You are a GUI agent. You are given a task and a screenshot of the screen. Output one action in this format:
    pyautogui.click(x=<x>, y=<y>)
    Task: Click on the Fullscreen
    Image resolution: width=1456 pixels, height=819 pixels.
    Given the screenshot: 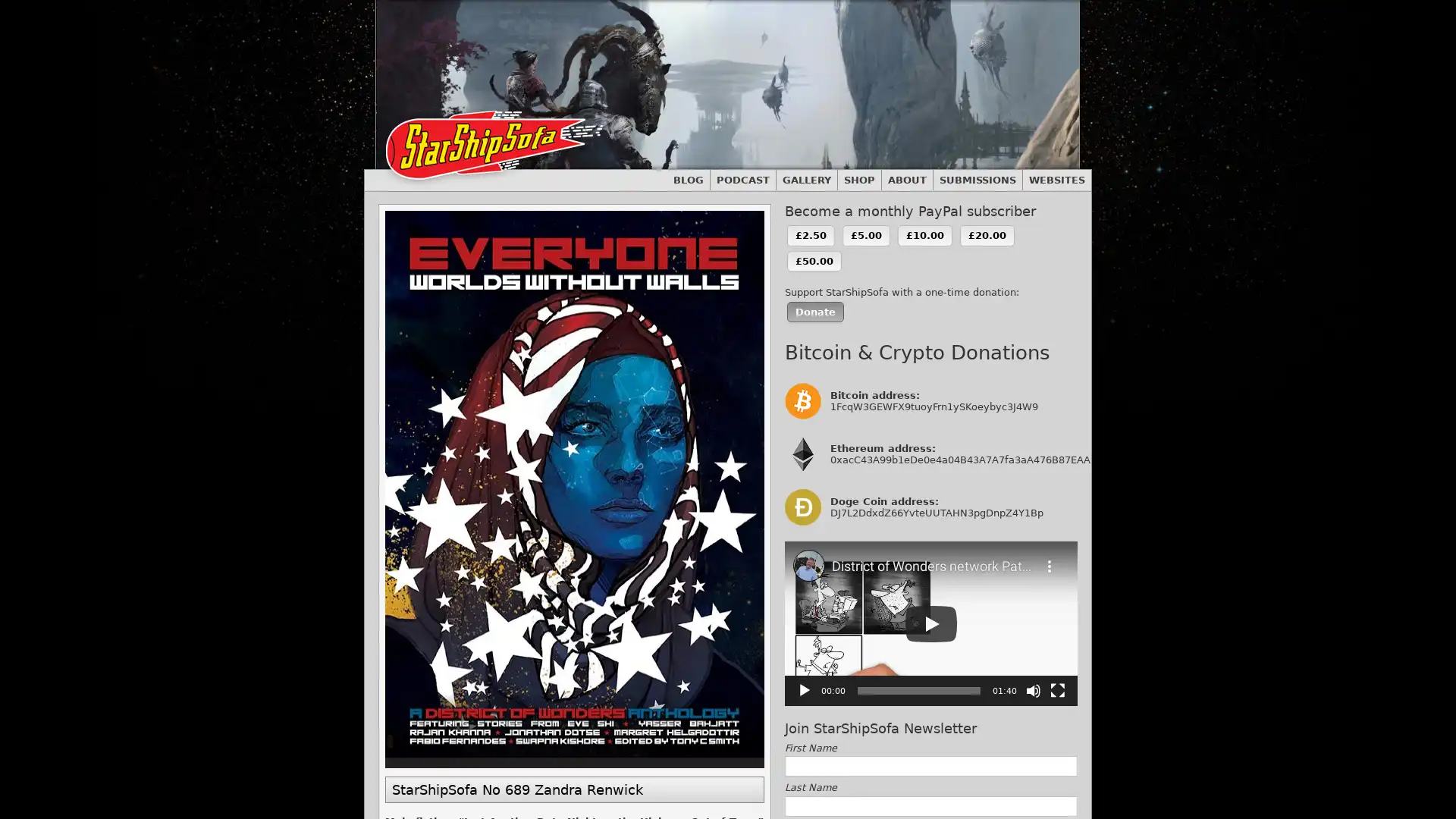 What is the action you would take?
    pyautogui.click(x=1057, y=690)
    